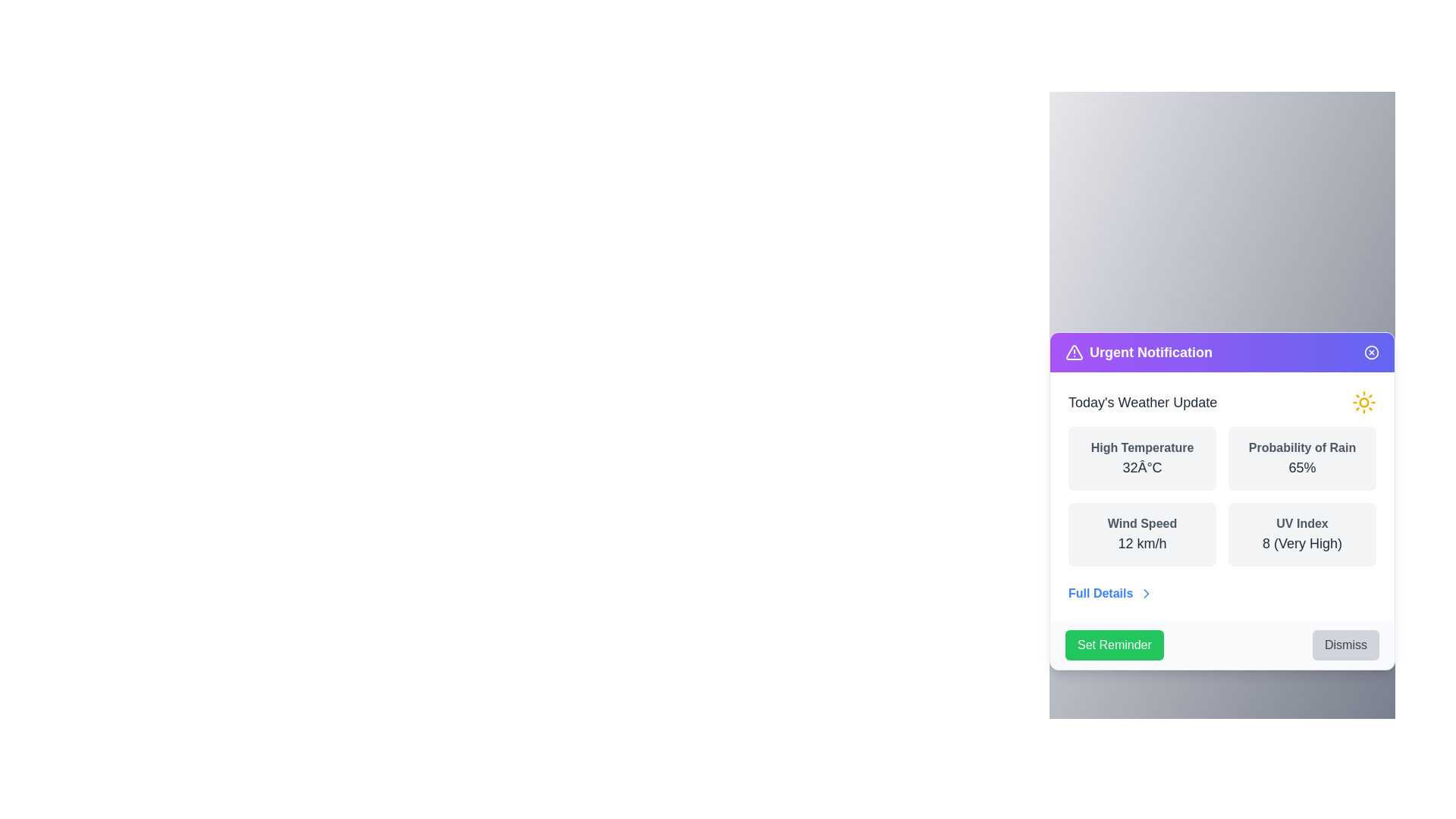  Describe the element at coordinates (1142, 534) in the screenshot. I see `the informational display card that shows wind speed, located in the bottom-left quadrant of the grid layout, specifically the third card below the 'High Temperature' card and to the left of the 'UV Index' card` at that location.